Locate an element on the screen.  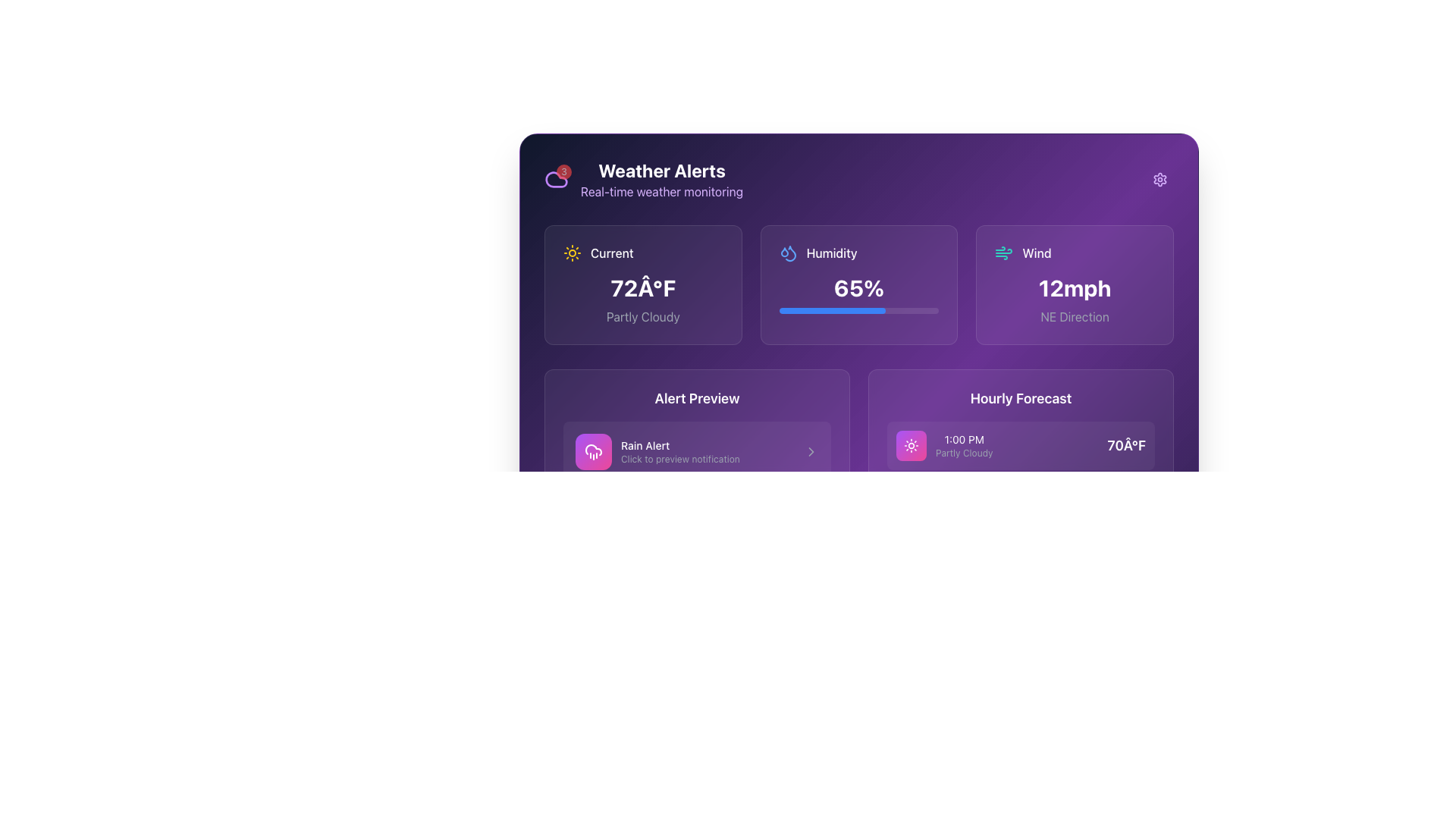
the static text indicating the time associated with the weather forecast, located under the 'Hourly Forecast' section, to the left of 'Partly Cloudy' is located at coordinates (963, 439).